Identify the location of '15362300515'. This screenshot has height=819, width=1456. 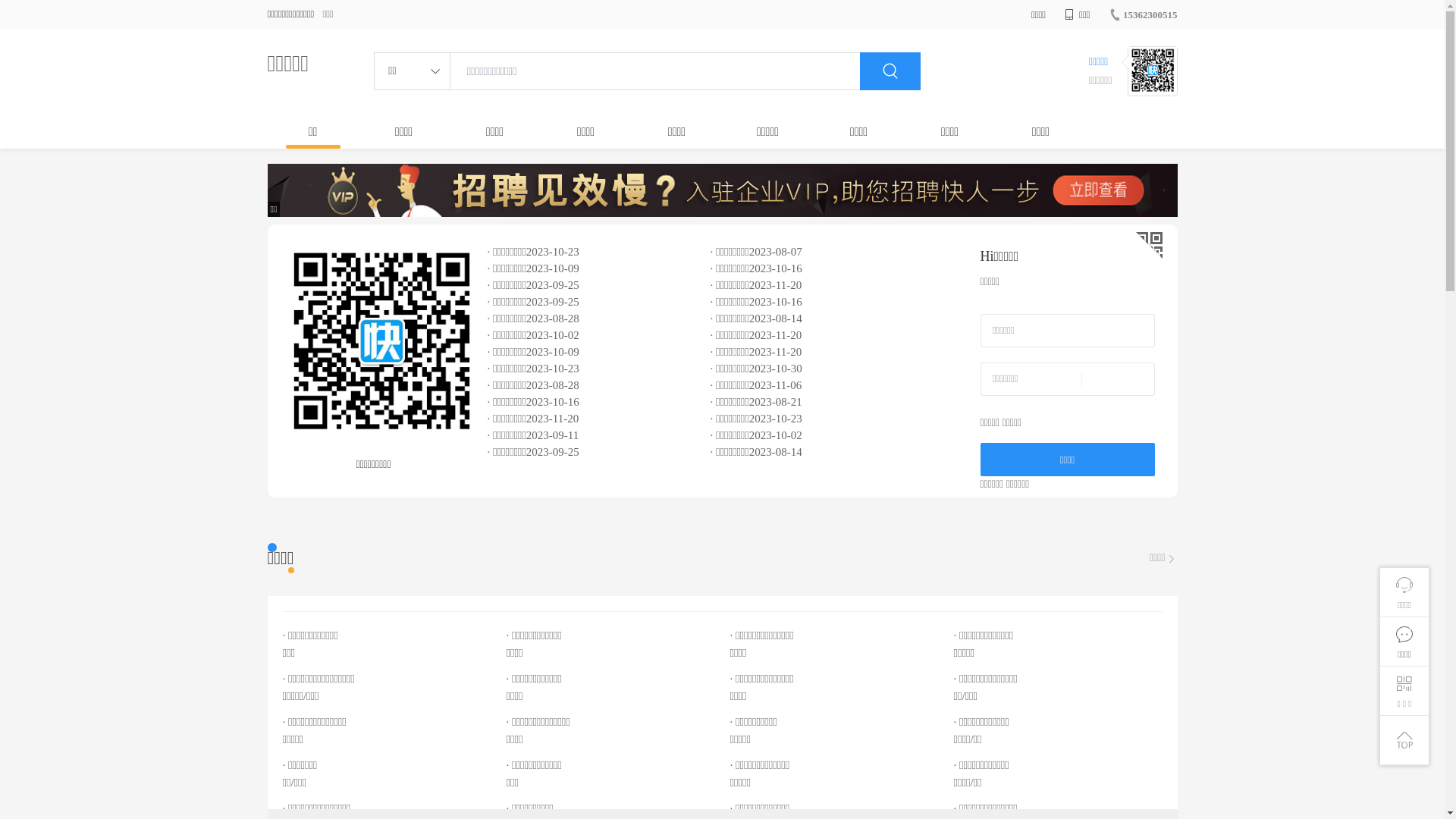
(1109, 14).